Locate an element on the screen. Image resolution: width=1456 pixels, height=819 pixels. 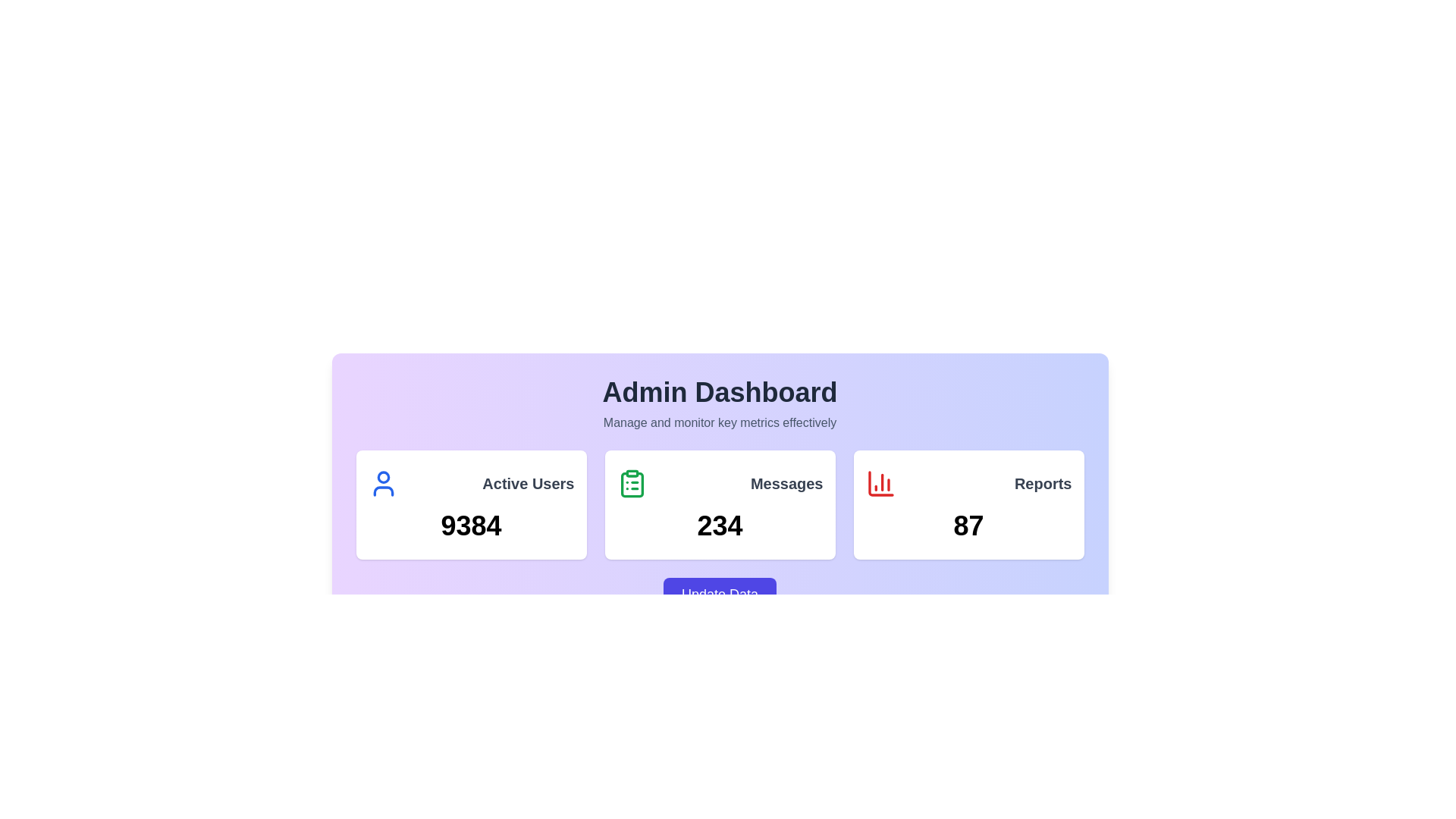
the circular SVG element located at the top central part of the user icon graphic within the user information card is located at coordinates (383, 476).